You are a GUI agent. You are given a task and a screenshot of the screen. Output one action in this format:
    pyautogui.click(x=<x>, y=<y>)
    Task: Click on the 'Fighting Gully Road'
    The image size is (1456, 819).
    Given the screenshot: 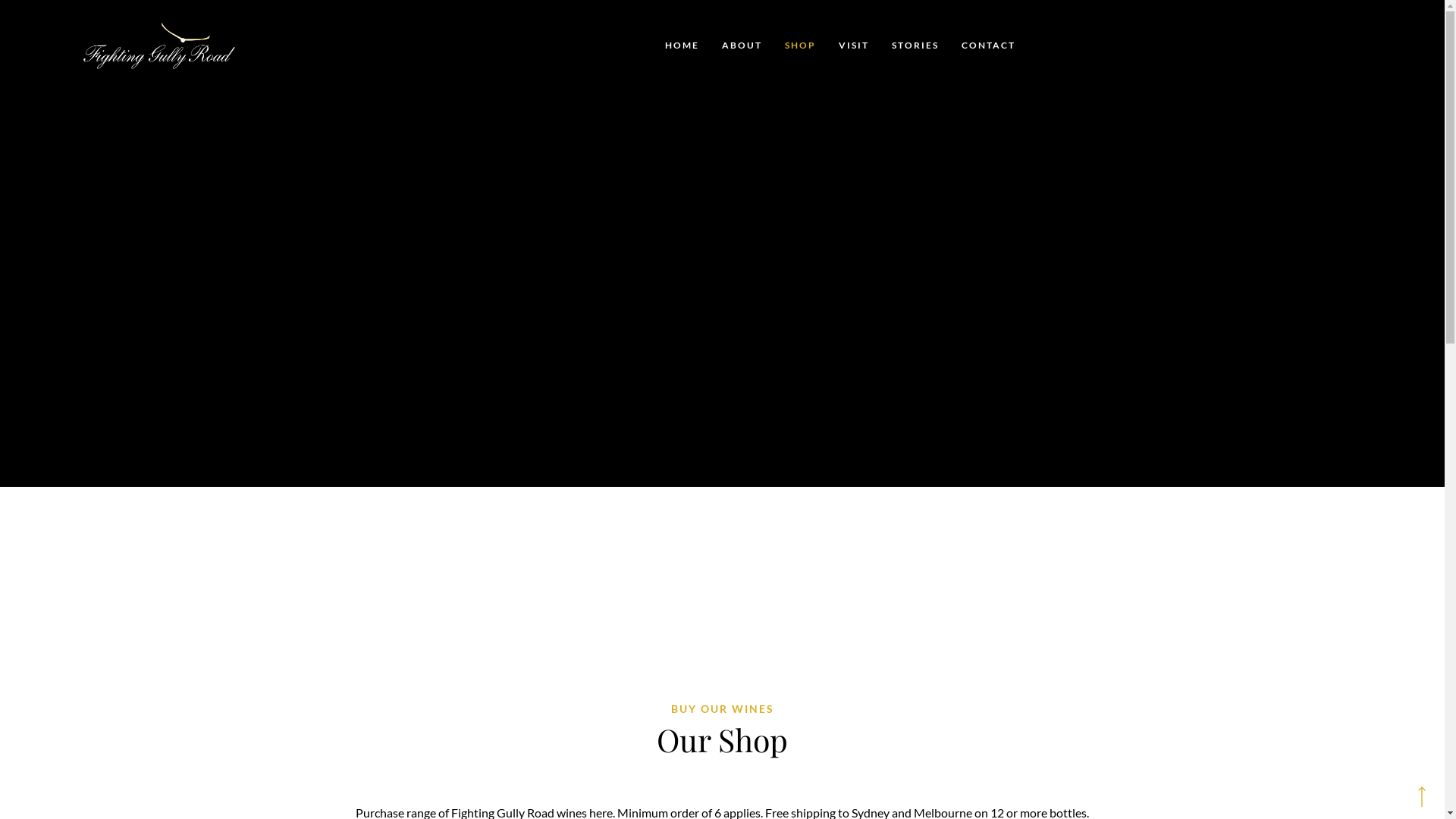 What is the action you would take?
    pyautogui.click(x=178, y=45)
    